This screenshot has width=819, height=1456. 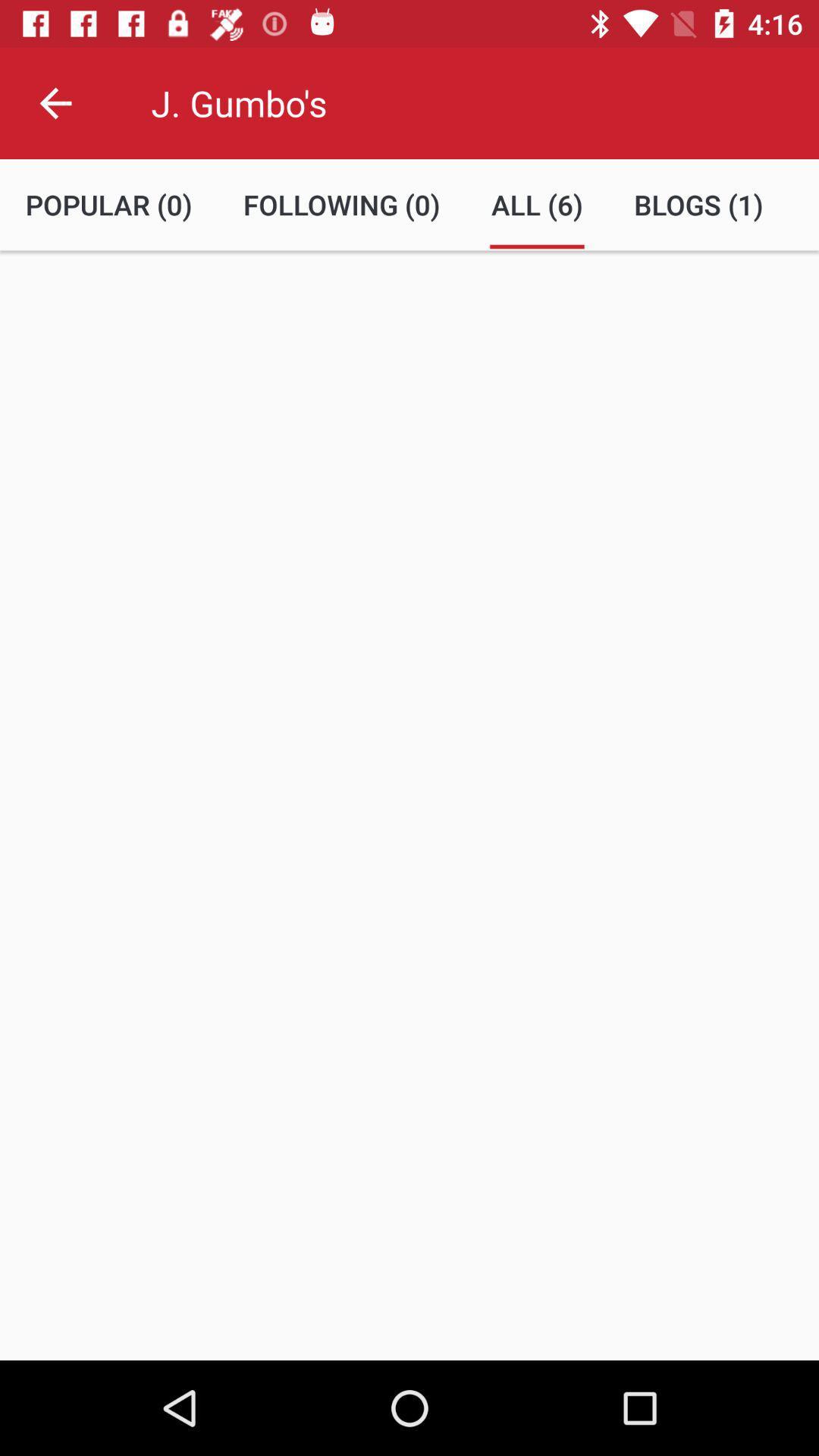 I want to click on icon next to all (6) item, so click(x=698, y=204).